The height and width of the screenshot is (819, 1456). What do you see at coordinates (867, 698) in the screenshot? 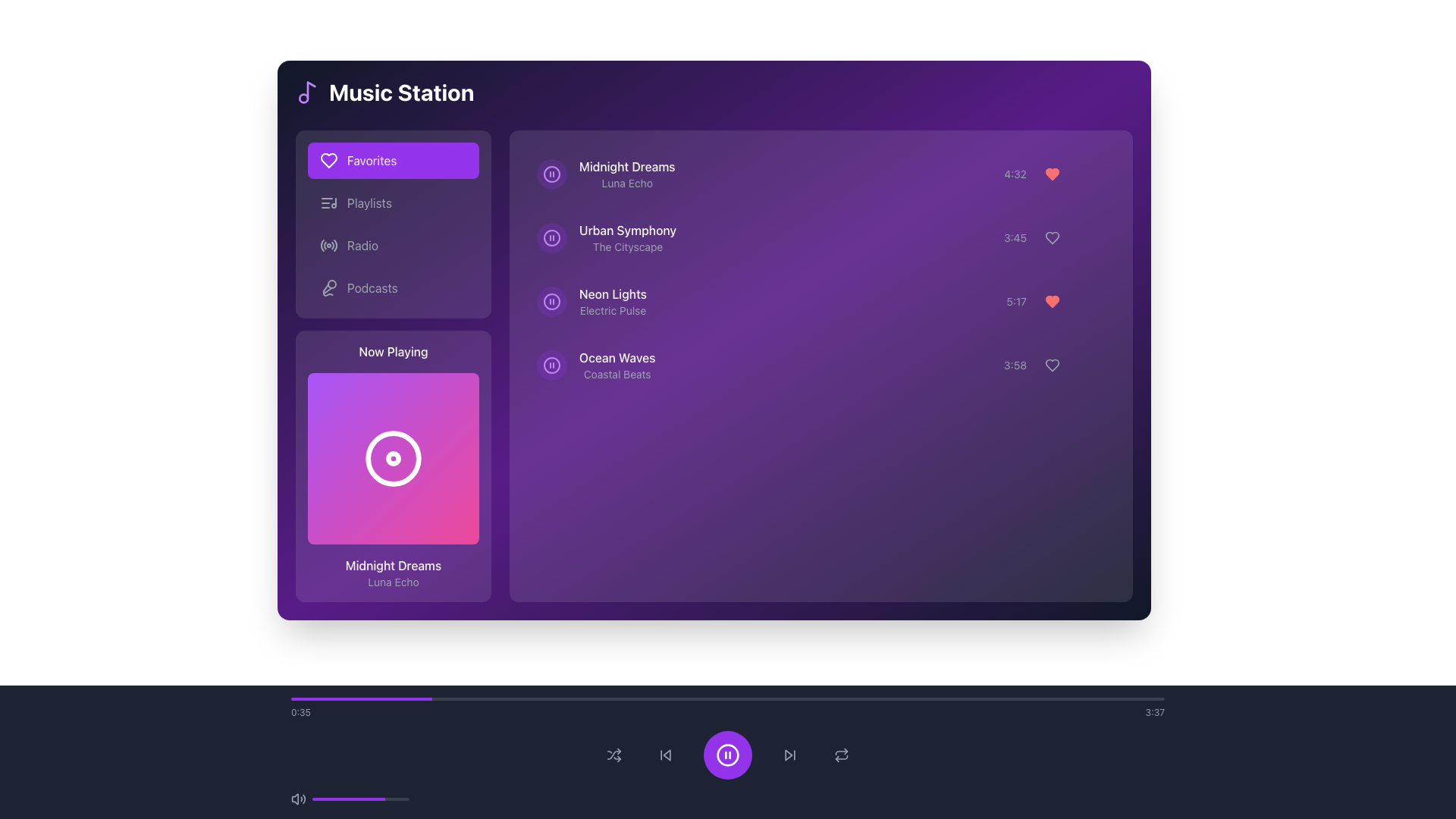
I see `playback position` at bounding box center [867, 698].